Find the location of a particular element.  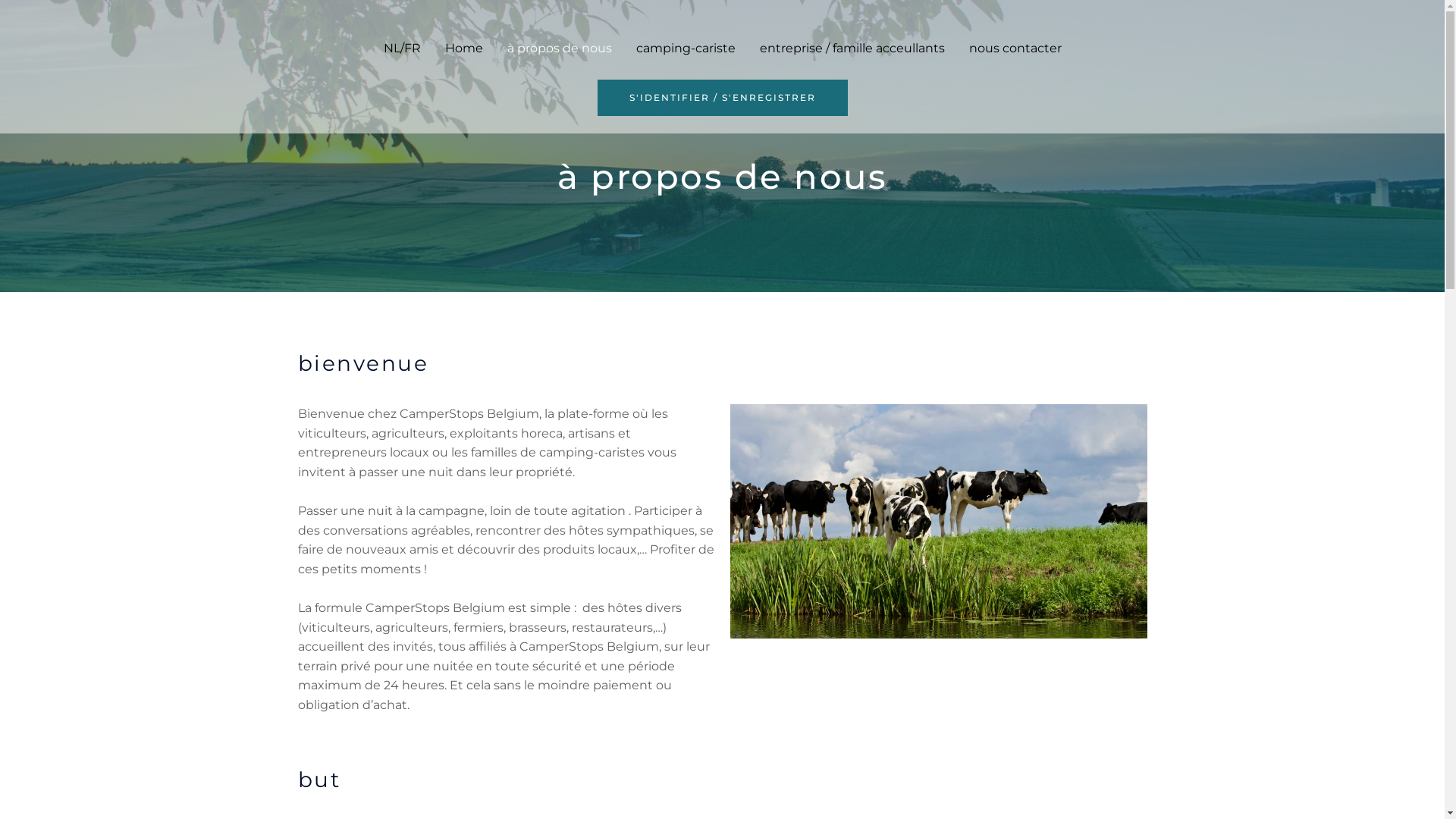

'nous contacter' is located at coordinates (1015, 48).